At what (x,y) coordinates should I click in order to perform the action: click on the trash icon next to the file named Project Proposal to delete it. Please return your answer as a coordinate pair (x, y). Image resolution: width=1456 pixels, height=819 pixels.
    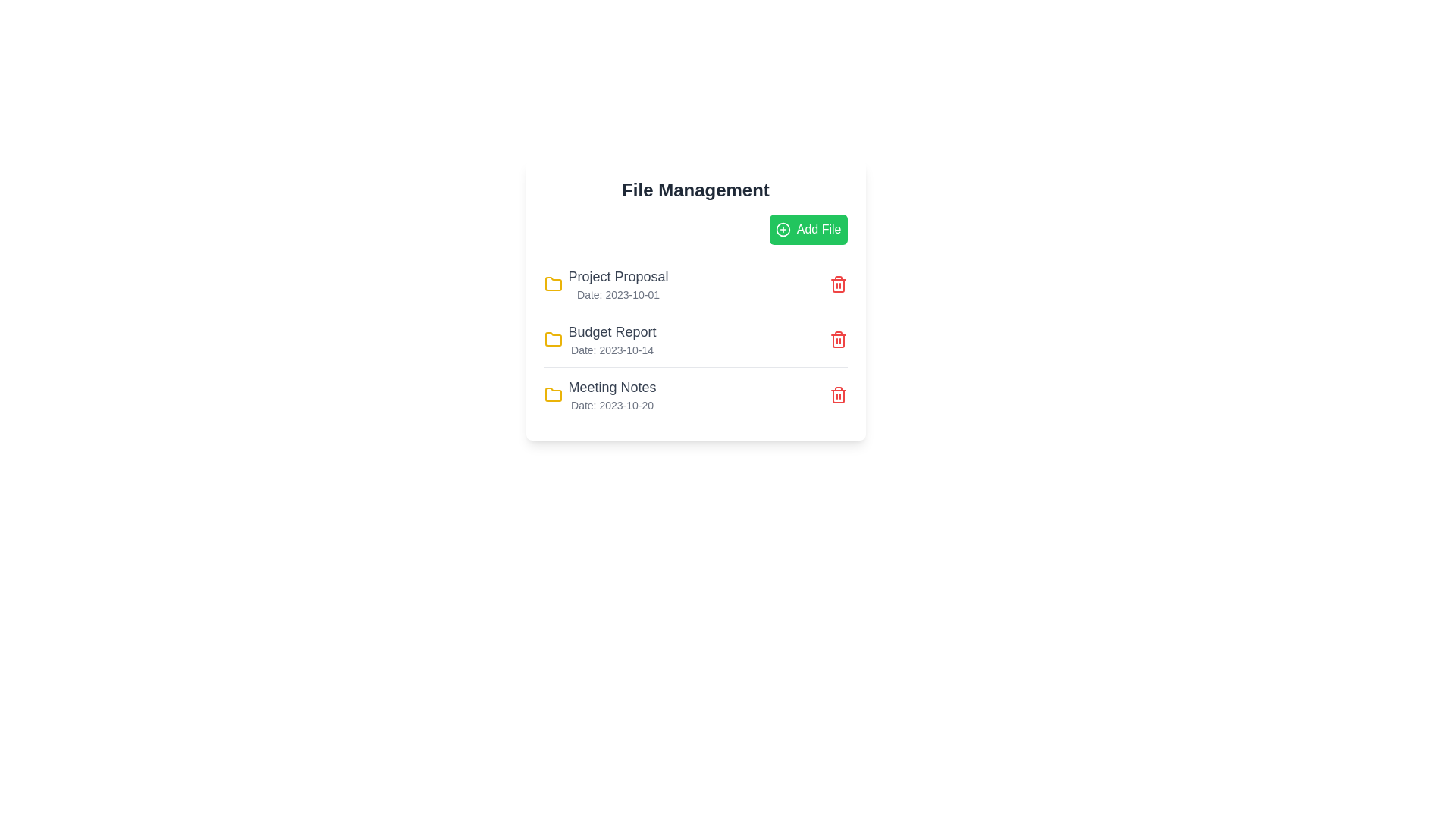
    Looking at the image, I should click on (837, 284).